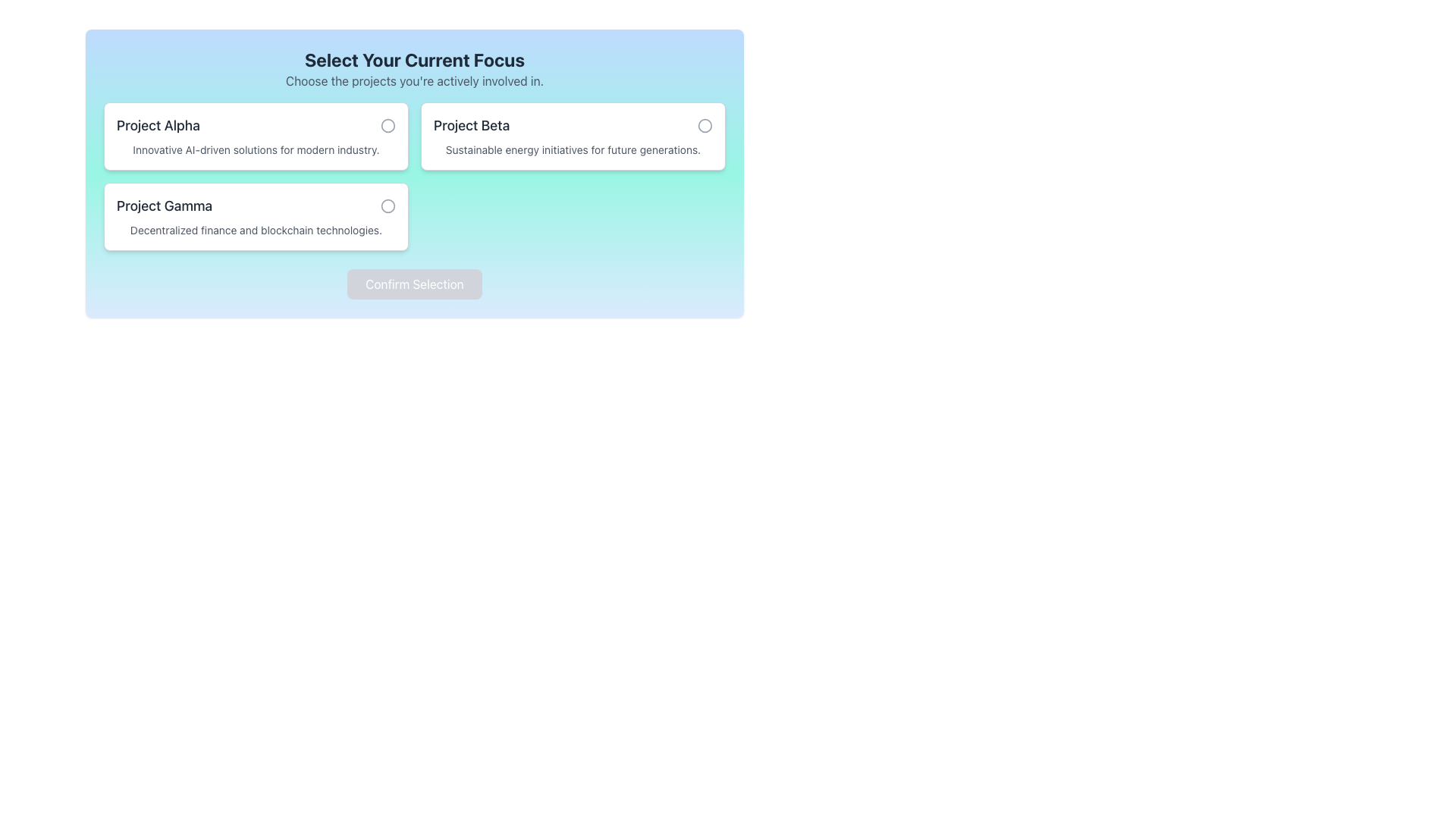  What do you see at coordinates (572, 124) in the screenshot?
I see `the text label 'Project Beta' located at the top of the card, which is styled with a dark, bold font and positioned to the left of a circular icon` at bounding box center [572, 124].